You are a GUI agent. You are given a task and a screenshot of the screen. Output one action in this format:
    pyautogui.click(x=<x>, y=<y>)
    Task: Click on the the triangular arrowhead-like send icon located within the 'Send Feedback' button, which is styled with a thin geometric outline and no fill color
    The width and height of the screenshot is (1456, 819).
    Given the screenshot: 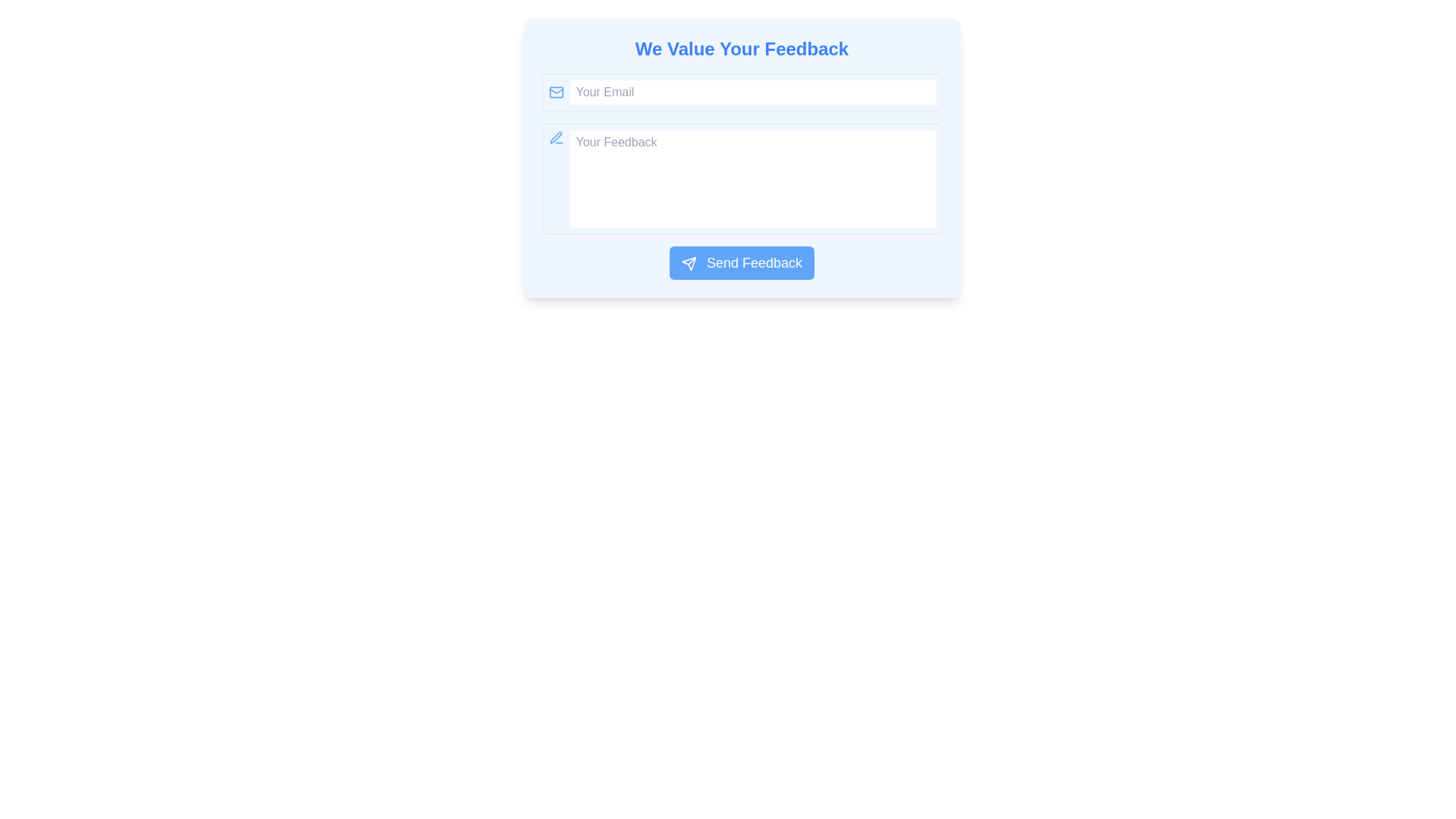 What is the action you would take?
    pyautogui.click(x=688, y=263)
    